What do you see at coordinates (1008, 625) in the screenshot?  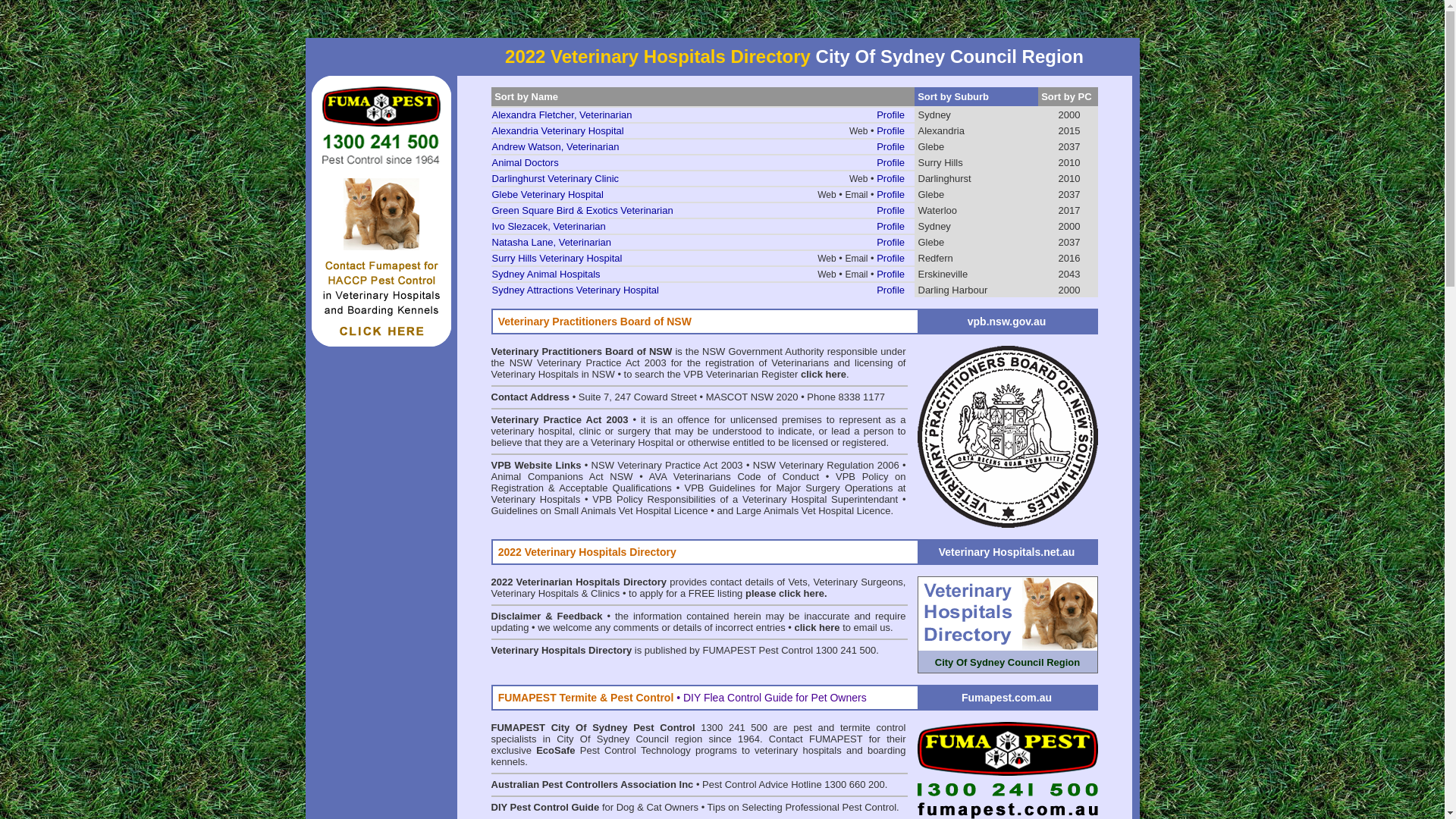 I see `'City Of Sydney Council Region'` at bounding box center [1008, 625].